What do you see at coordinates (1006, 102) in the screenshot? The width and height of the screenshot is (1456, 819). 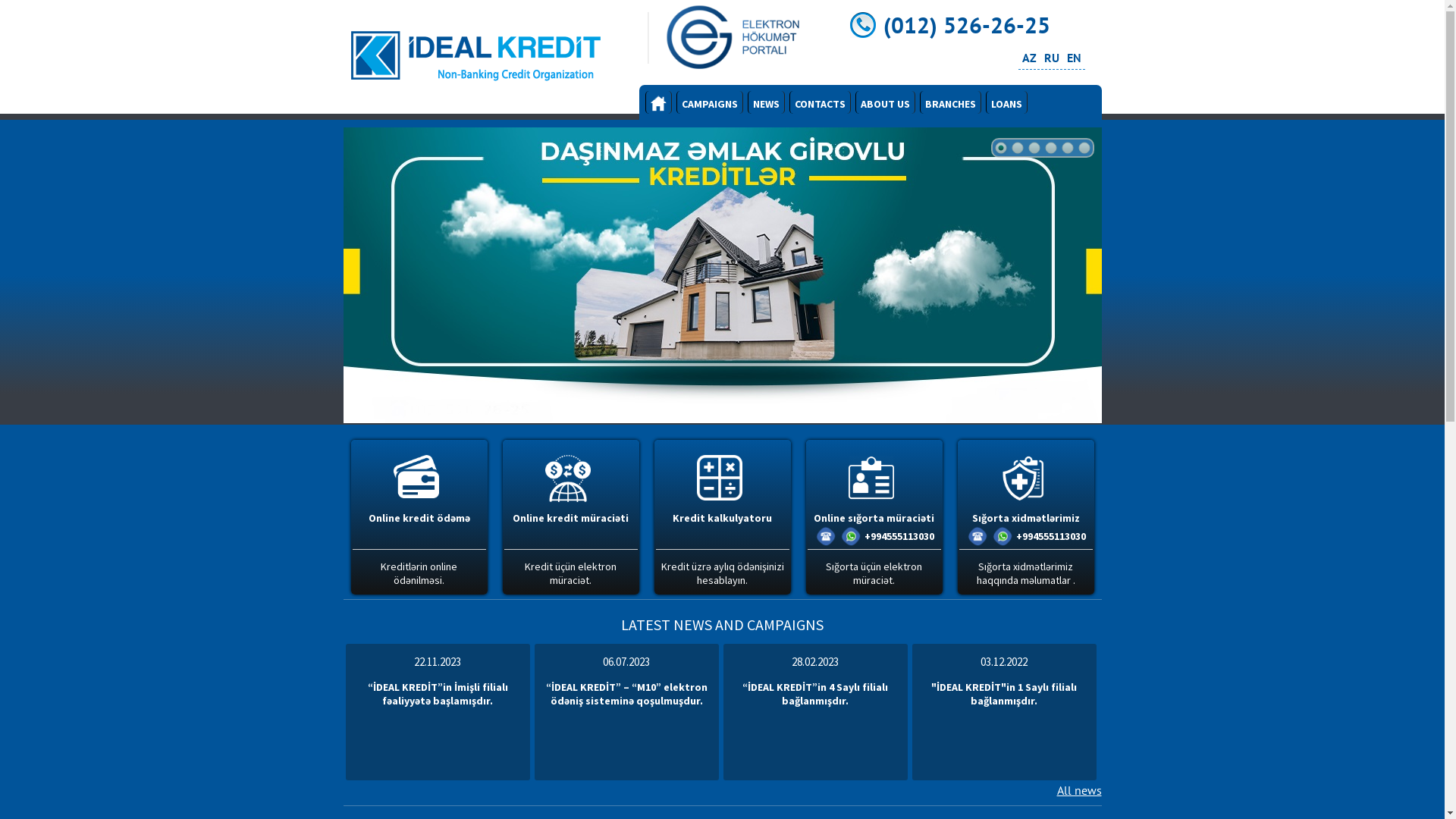 I see `'LOANS'` at bounding box center [1006, 102].